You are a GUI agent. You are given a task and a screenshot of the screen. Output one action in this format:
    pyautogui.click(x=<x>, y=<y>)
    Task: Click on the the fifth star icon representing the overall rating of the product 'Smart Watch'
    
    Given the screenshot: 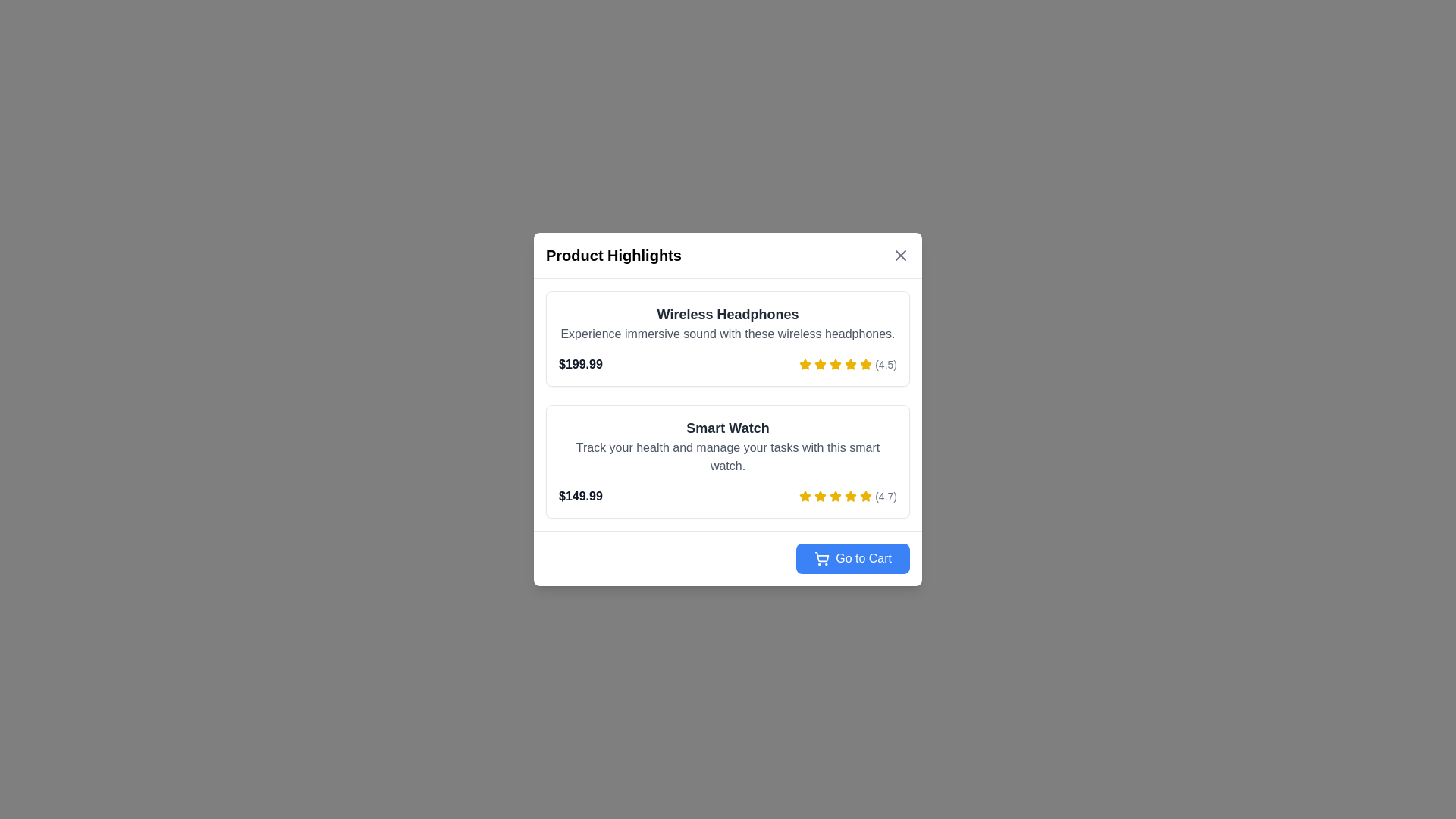 What is the action you would take?
    pyautogui.click(x=835, y=497)
    